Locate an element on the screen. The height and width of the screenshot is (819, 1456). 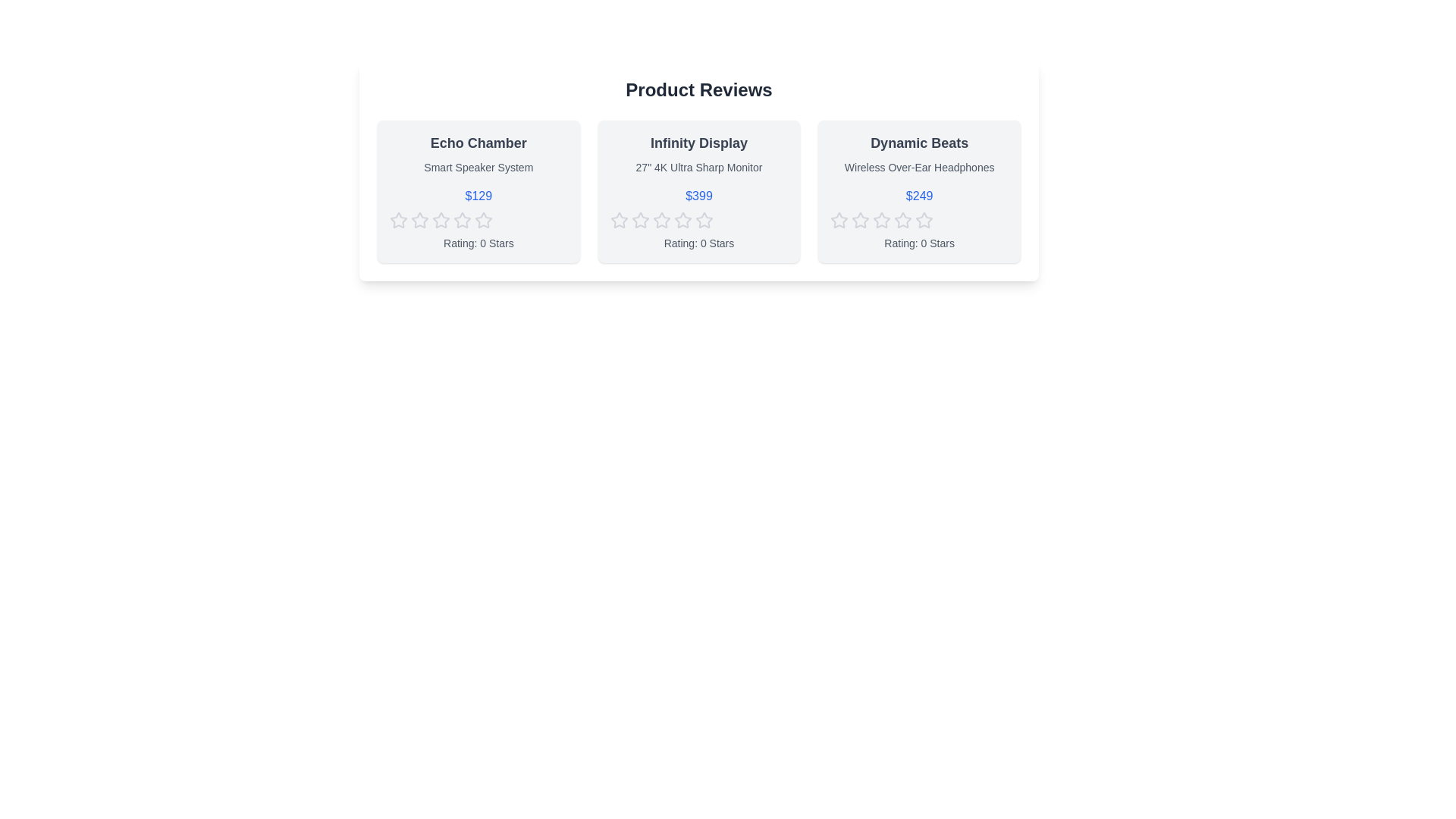
the fifth interactive graphical star icon with a hollow center and outlined edges, styled in gray, located beneath the 'Infinity Display' section of the product reviews is located at coordinates (703, 220).